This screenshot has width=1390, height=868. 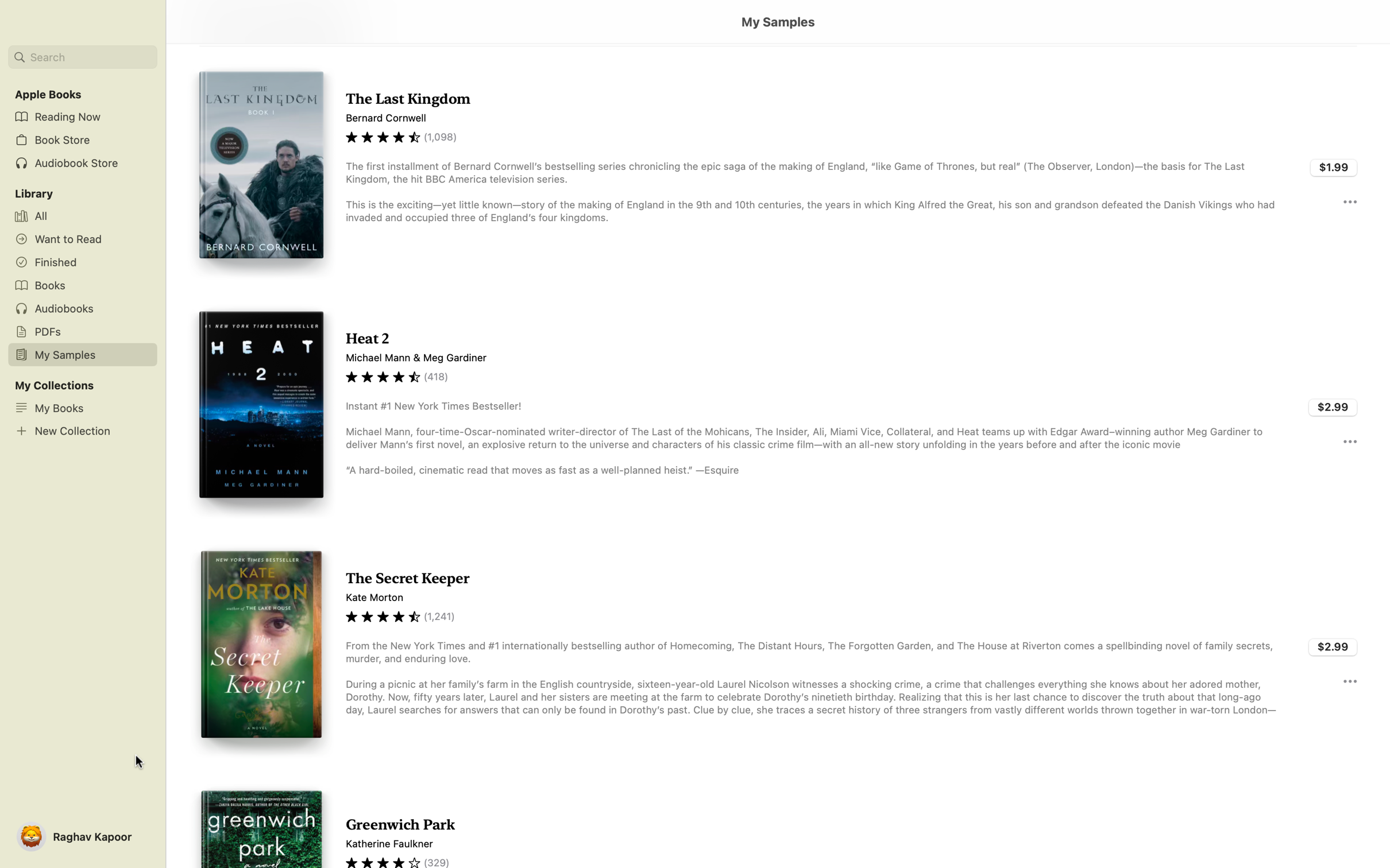 What do you see at coordinates (2613895, 957404) in the screenshot?
I see `Scroll down a little to view book "Greenwich Park` at bounding box center [2613895, 957404].